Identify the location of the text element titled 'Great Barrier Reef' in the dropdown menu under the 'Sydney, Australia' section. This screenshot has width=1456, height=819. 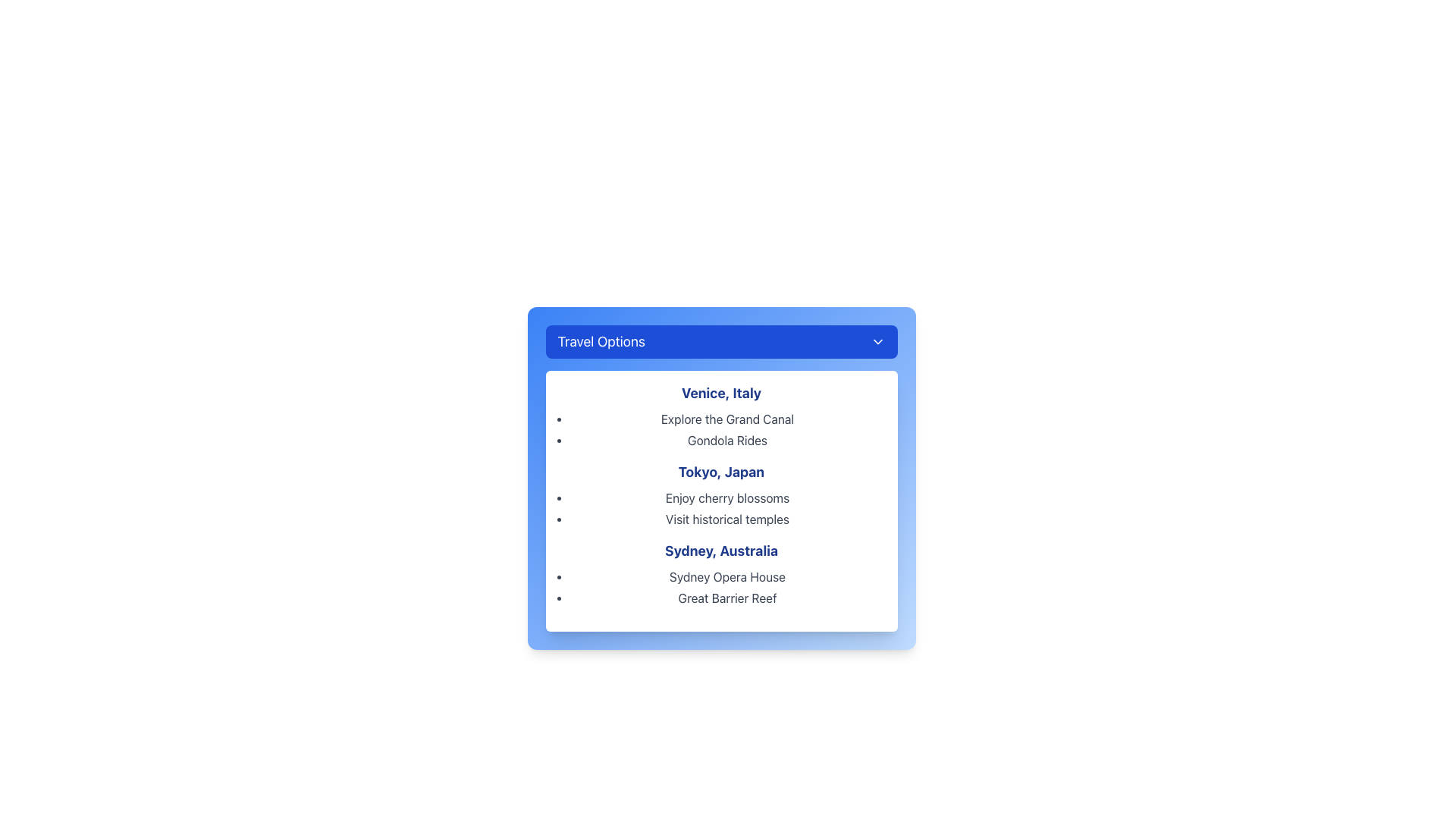
(726, 598).